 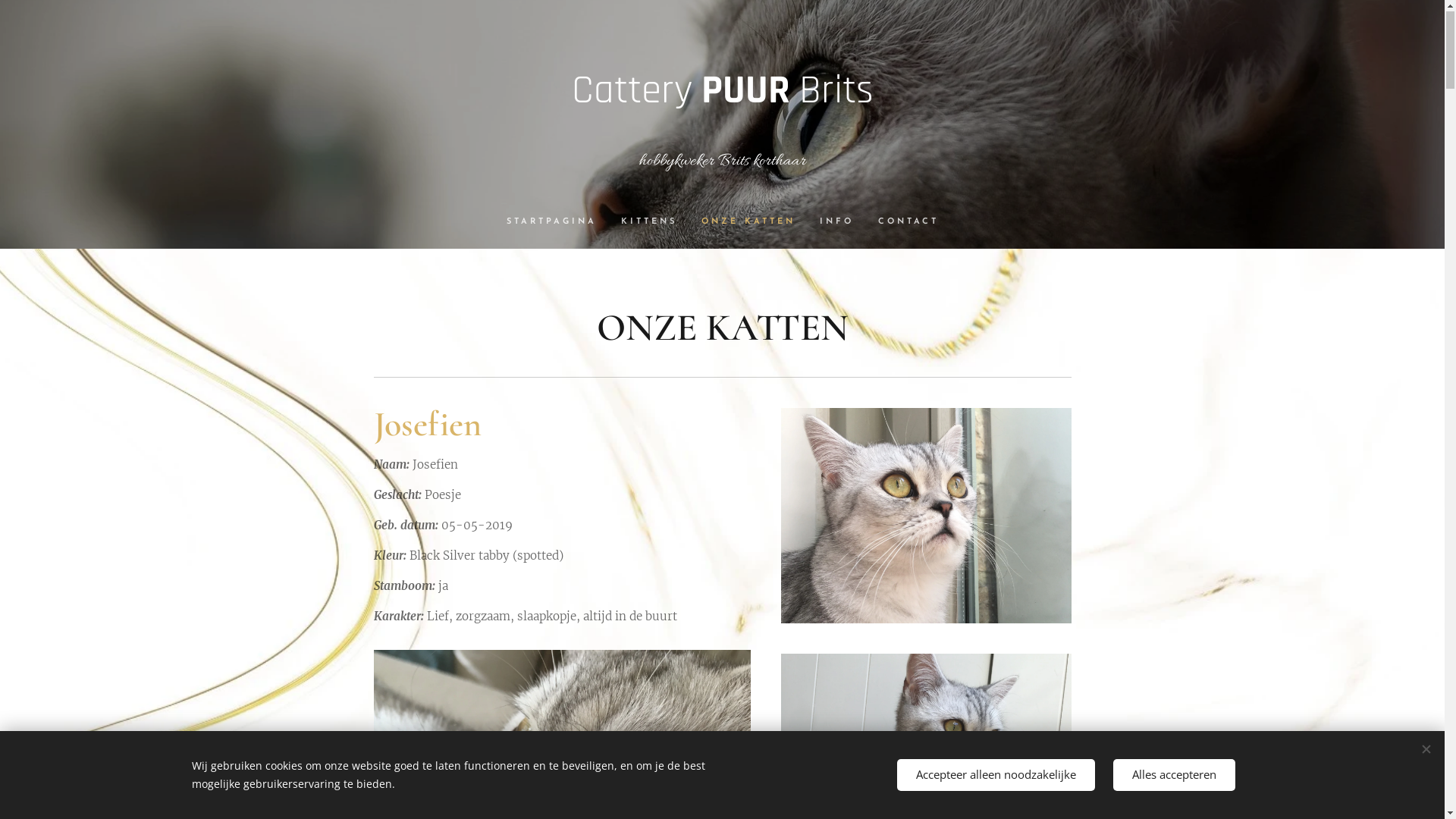 What do you see at coordinates (995, 775) in the screenshot?
I see `'Accepteer alleen noodzakelijke'` at bounding box center [995, 775].